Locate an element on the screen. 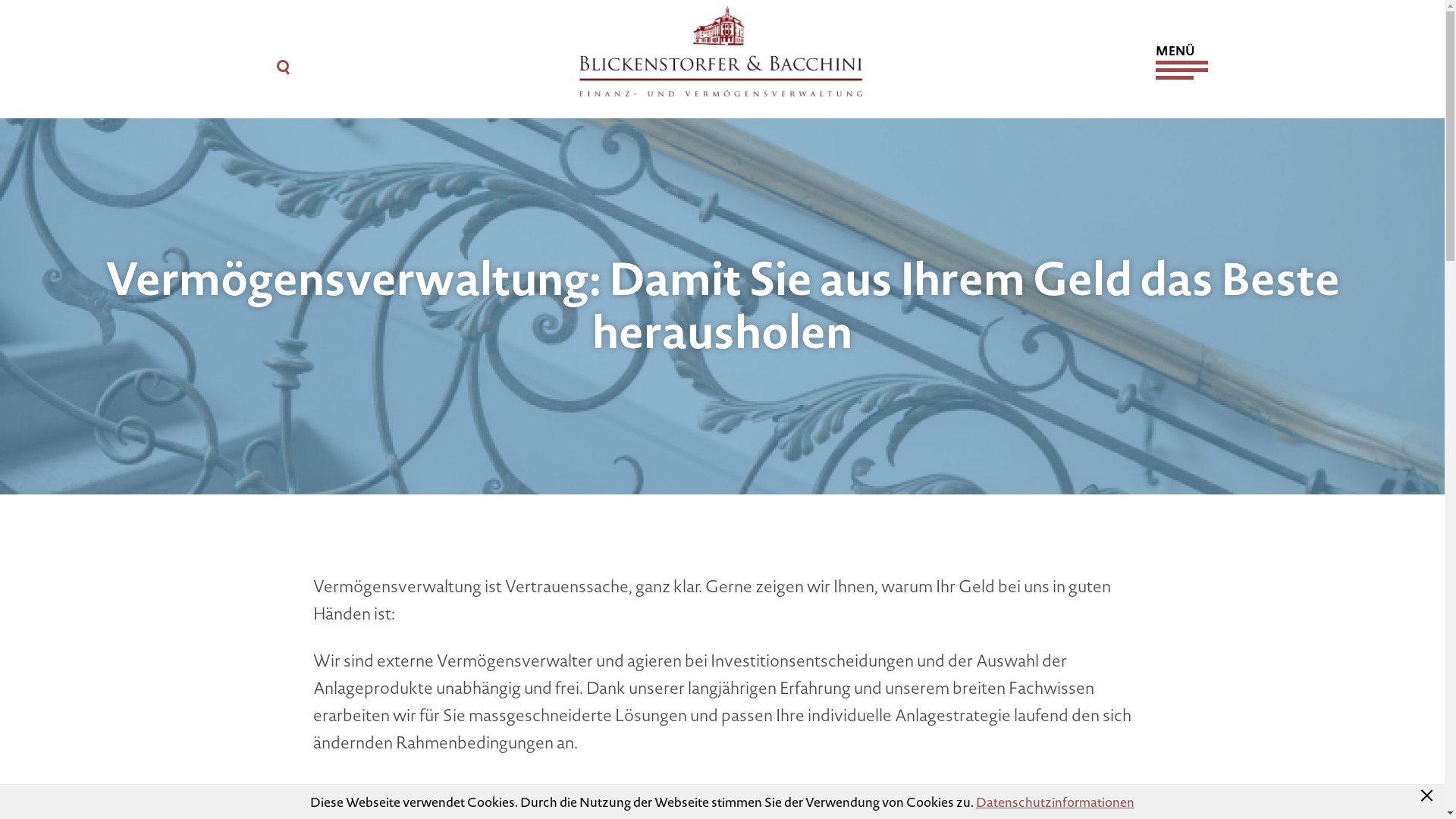 The image size is (1456, 819). 'Zur Startseite' is located at coordinates (720, 49).